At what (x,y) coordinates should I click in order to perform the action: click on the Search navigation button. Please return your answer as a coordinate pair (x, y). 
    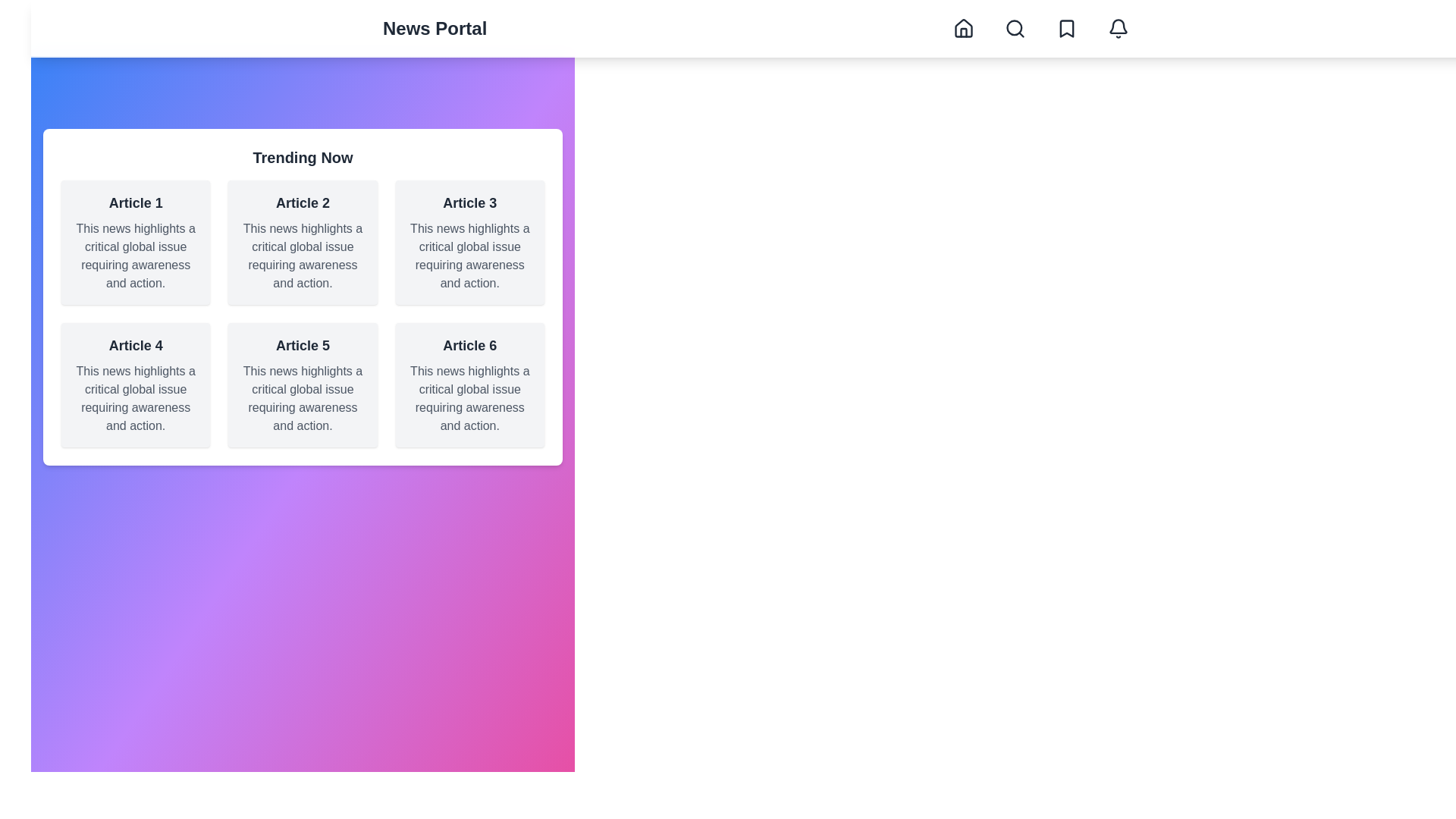
    Looking at the image, I should click on (1015, 29).